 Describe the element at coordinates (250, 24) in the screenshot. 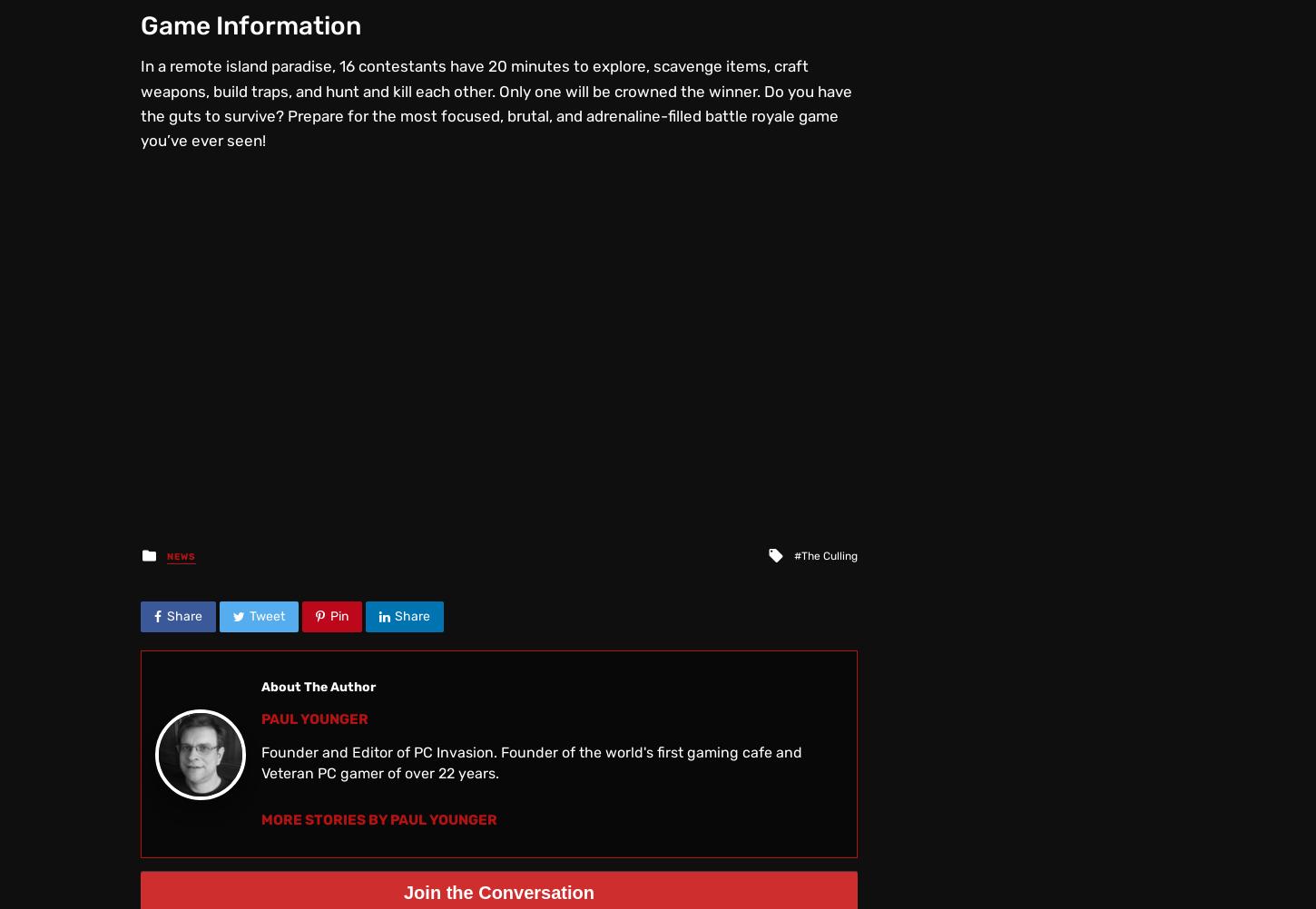

I see `'Game Information'` at that location.